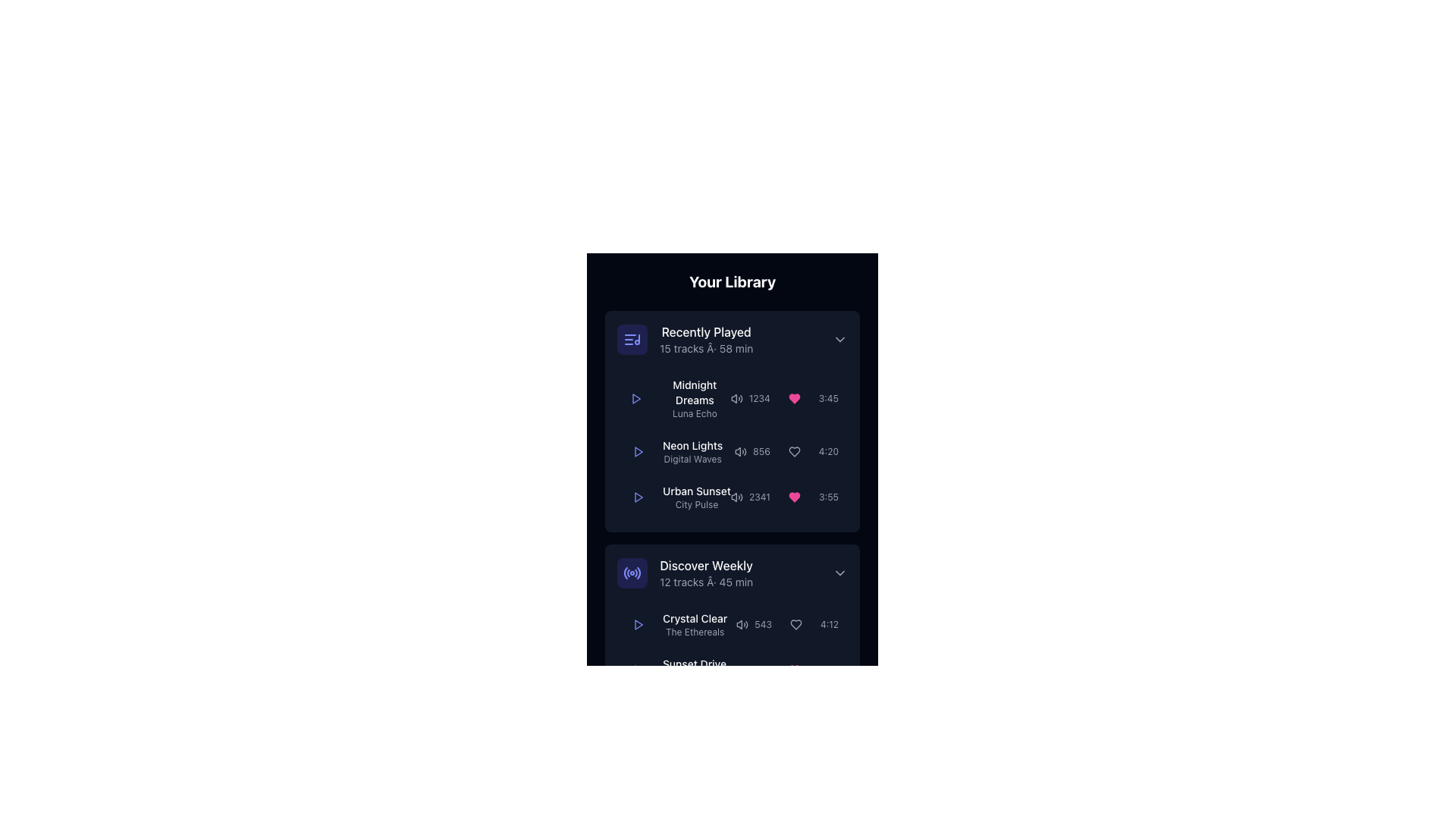 The image size is (1456, 819). What do you see at coordinates (632, 338) in the screenshot?
I see `the music list icon, which is prominently indigo and located in the top-left corner of the 'Recently Played' card` at bounding box center [632, 338].